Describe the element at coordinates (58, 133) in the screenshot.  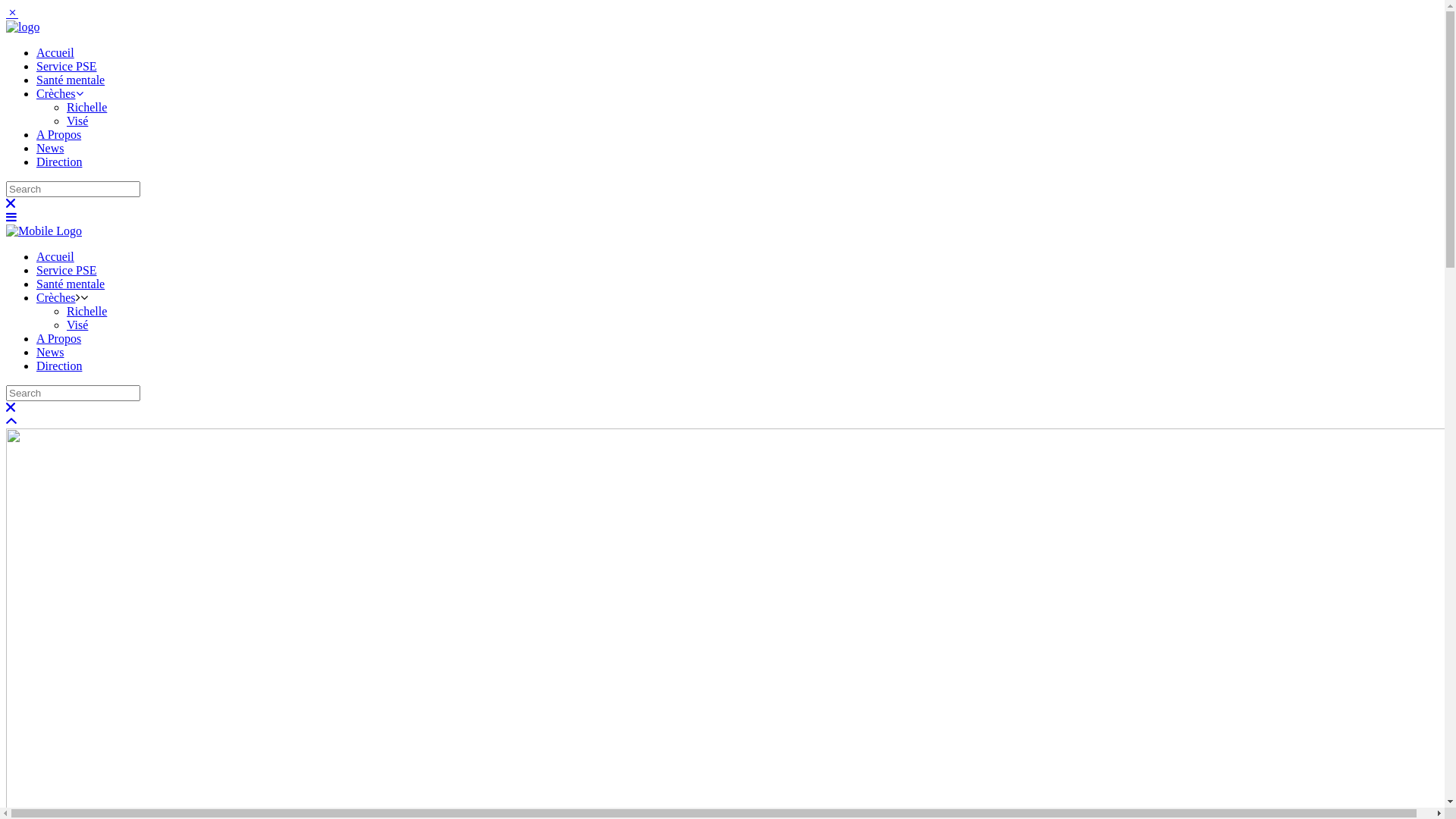
I see `'A Propos'` at that location.